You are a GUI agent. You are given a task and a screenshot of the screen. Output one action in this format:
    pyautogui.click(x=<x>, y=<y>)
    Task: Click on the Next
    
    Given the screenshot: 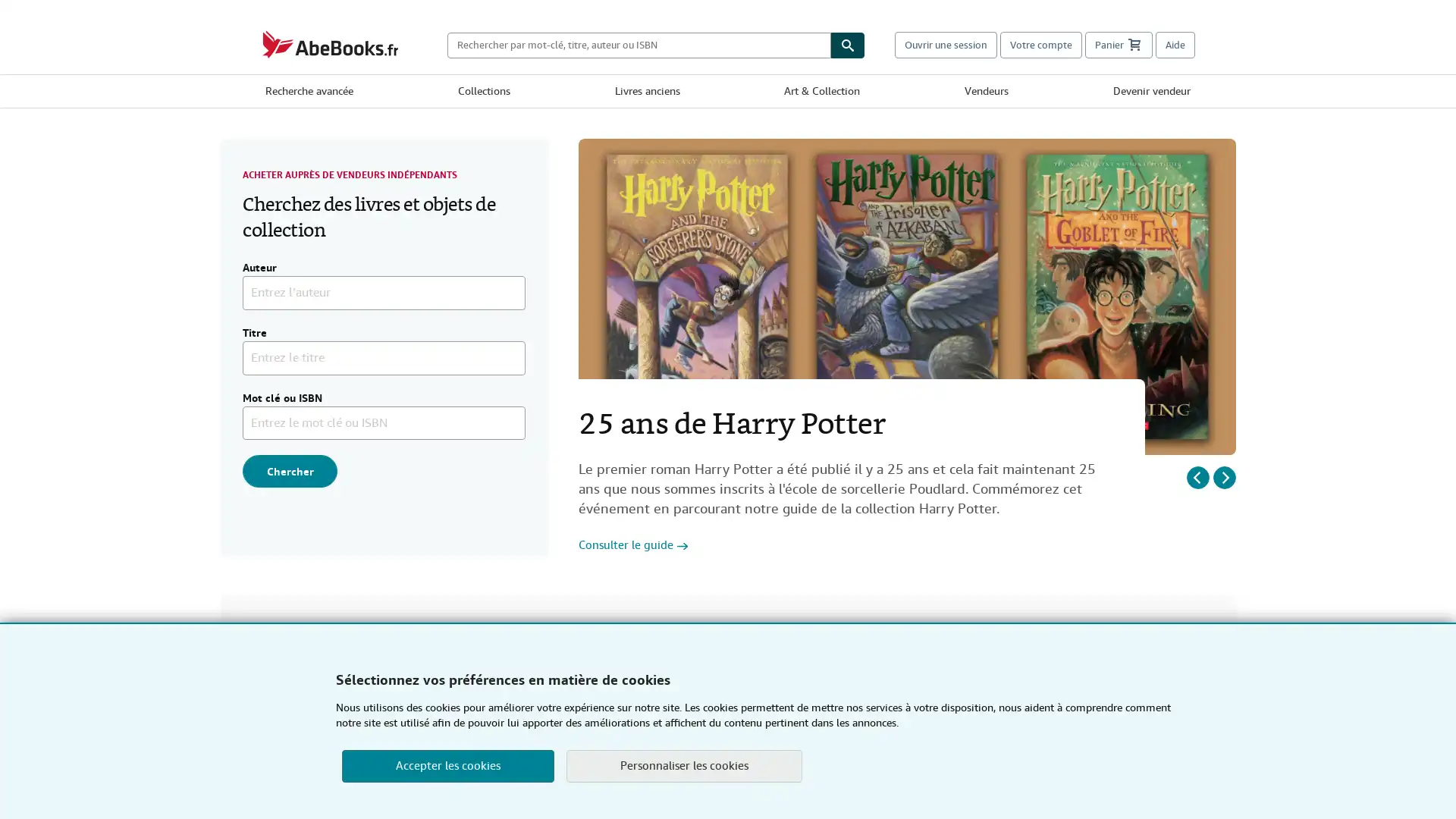 What is the action you would take?
    pyautogui.click(x=1224, y=475)
    